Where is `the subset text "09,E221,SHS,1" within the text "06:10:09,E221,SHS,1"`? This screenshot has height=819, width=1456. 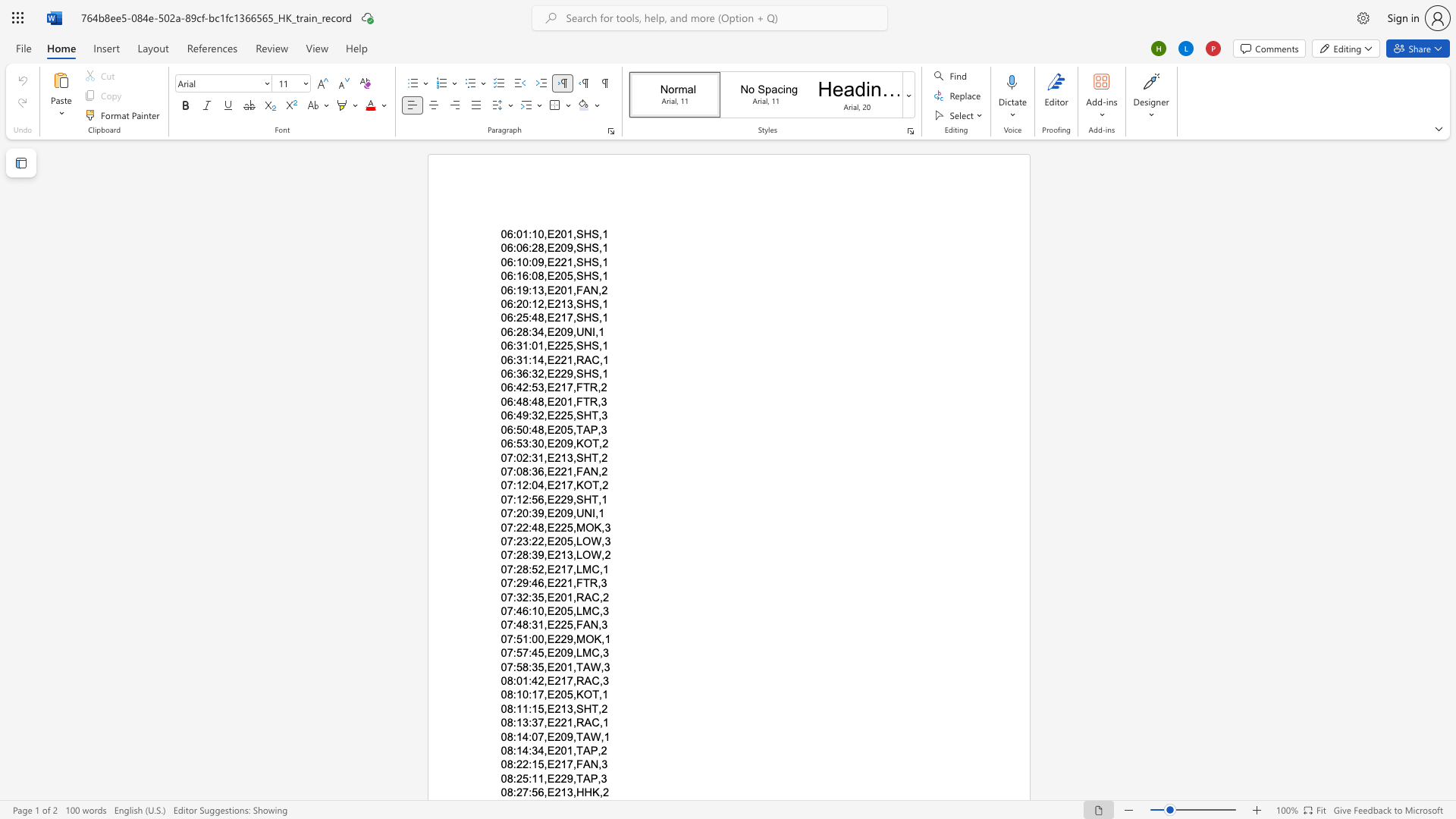
the subset text "09,E221,SHS,1" within the text "06:10:09,E221,SHS,1" is located at coordinates (532, 261).